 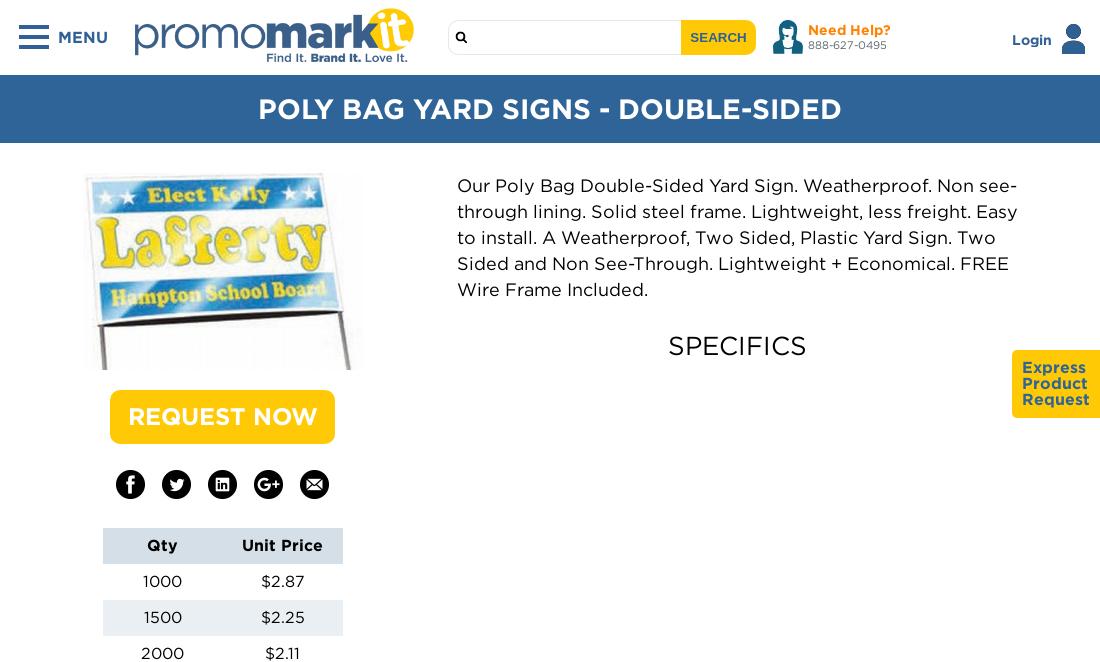 What do you see at coordinates (142, 616) in the screenshot?
I see `'1500'` at bounding box center [142, 616].